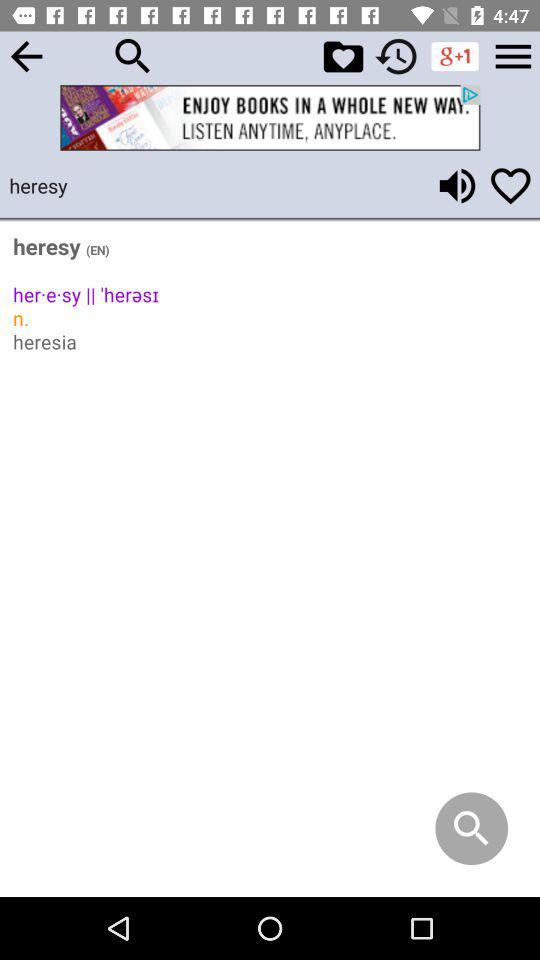 The image size is (540, 960). I want to click on hear word pronunciation, so click(457, 185).